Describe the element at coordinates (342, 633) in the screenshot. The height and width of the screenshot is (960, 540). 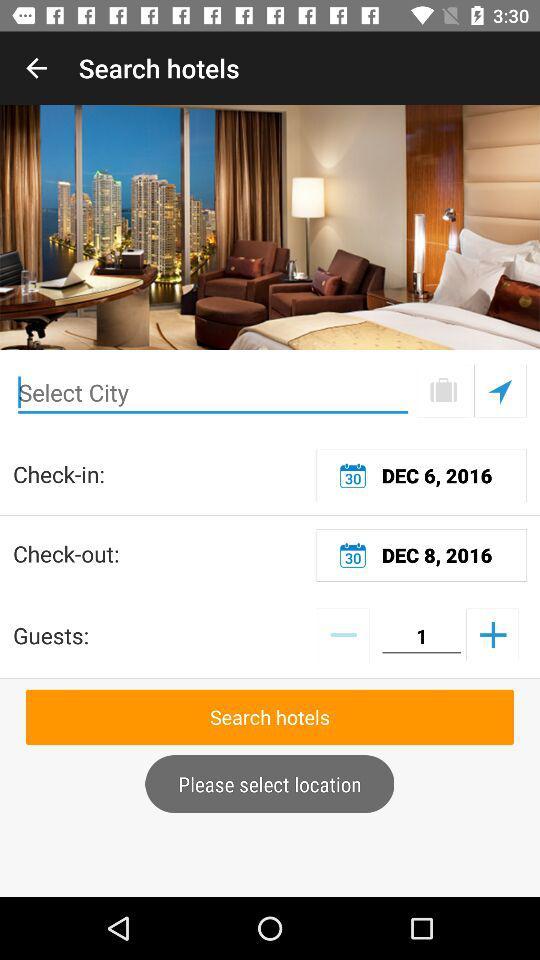
I see `the minus icon` at that location.